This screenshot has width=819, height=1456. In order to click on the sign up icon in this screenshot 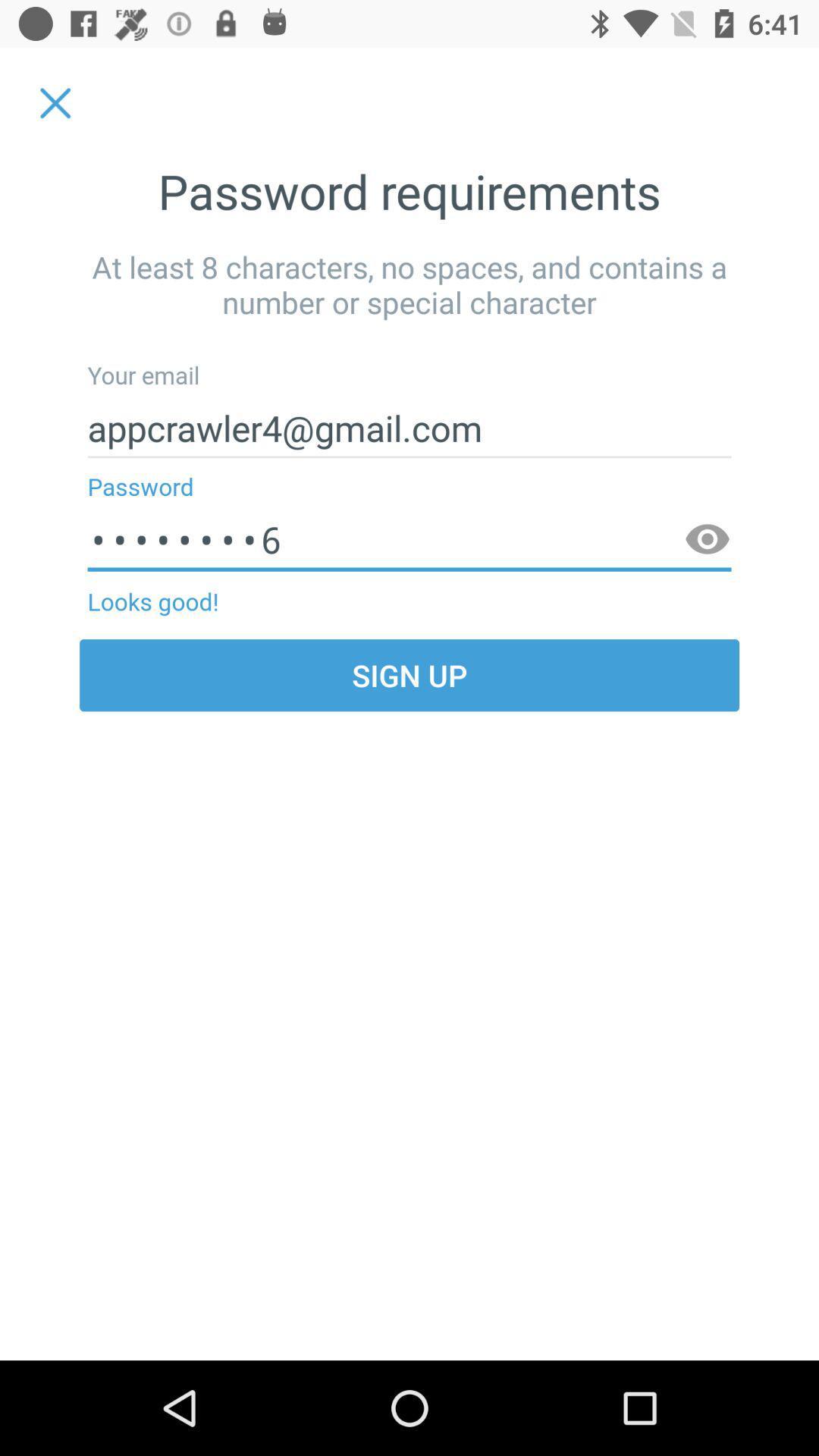, I will do `click(409, 674)`.